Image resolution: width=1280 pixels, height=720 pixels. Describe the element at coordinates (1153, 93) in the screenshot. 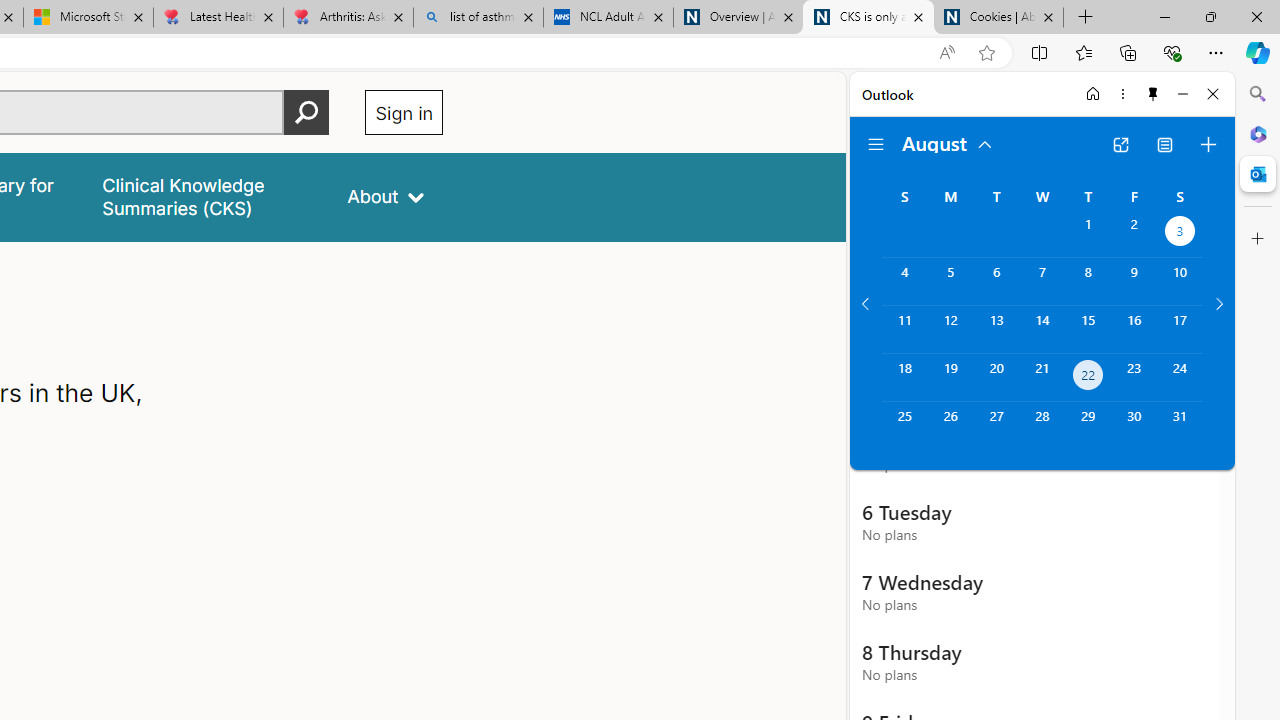

I see `'Unpin side pane'` at that location.